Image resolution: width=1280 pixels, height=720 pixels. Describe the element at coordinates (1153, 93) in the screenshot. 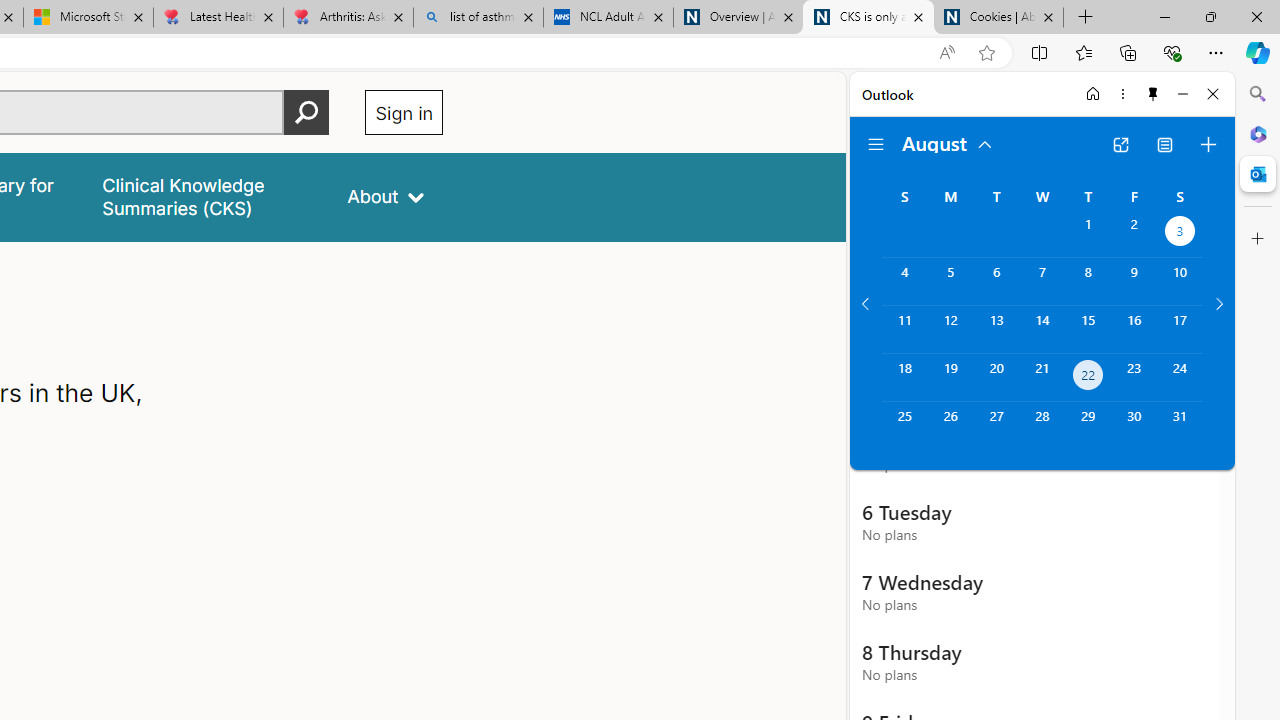

I see `'Unpin side pane'` at that location.